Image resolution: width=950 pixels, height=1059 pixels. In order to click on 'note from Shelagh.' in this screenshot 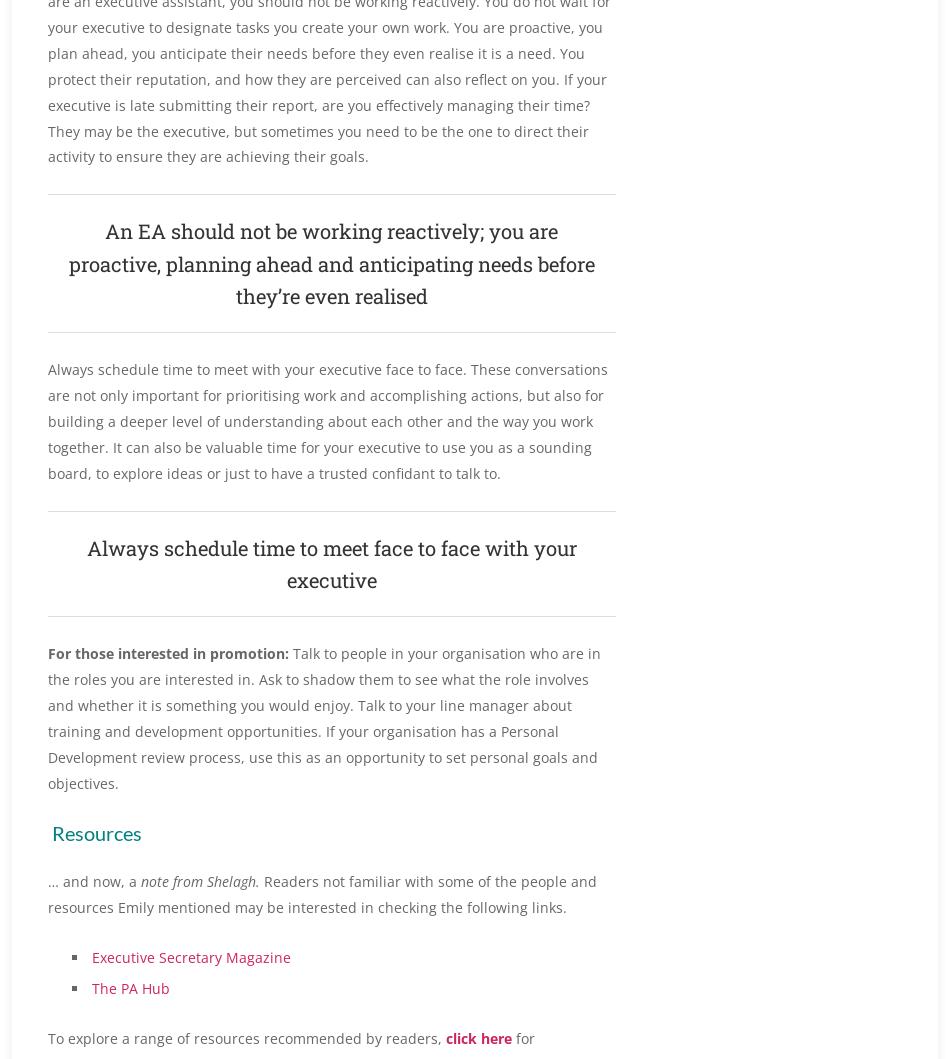, I will do `click(136, 880)`.